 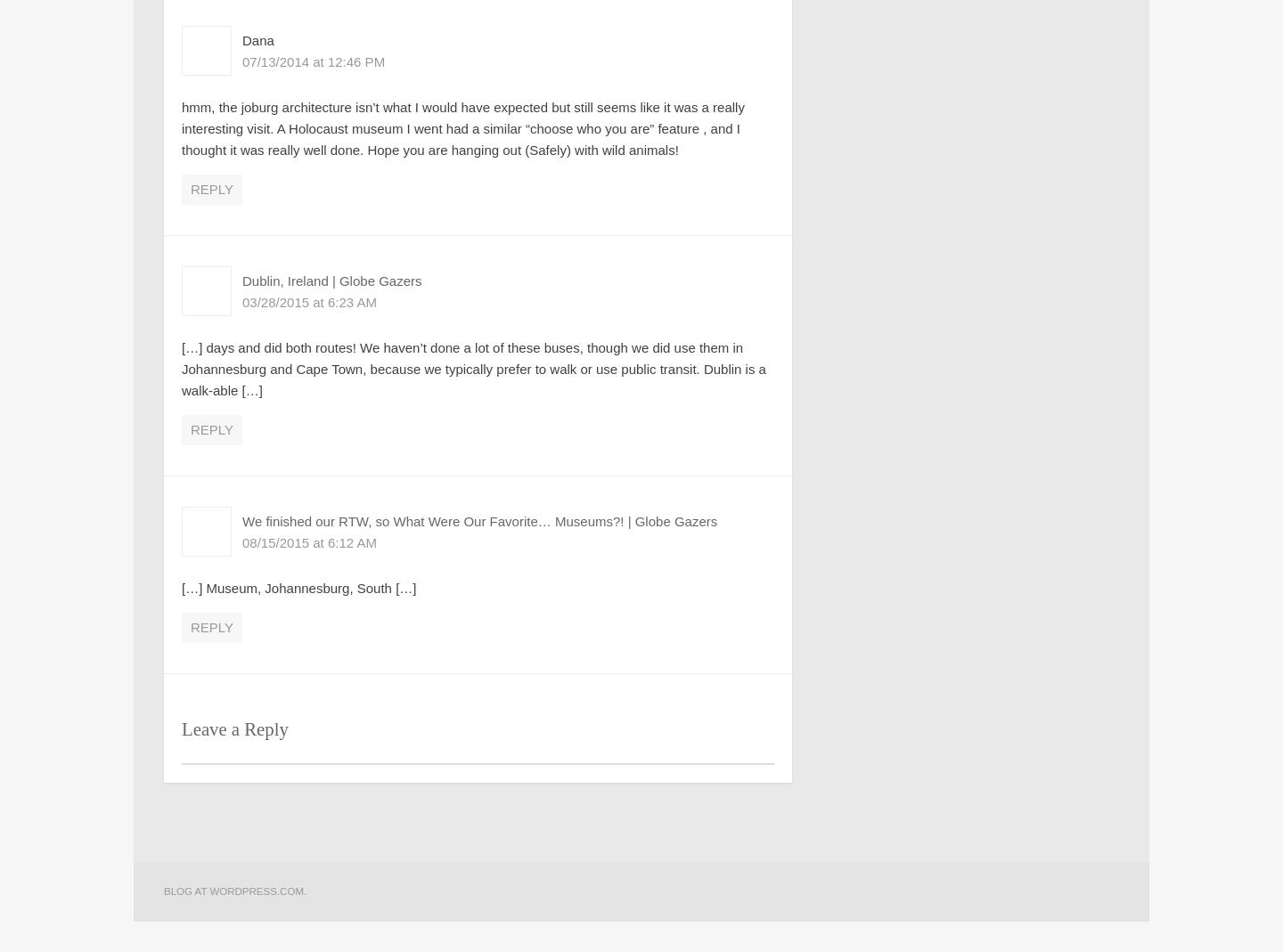 What do you see at coordinates (241, 542) in the screenshot?
I see `'08/15/2015 at 6:12 AM'` at bounding box center [241, 542].